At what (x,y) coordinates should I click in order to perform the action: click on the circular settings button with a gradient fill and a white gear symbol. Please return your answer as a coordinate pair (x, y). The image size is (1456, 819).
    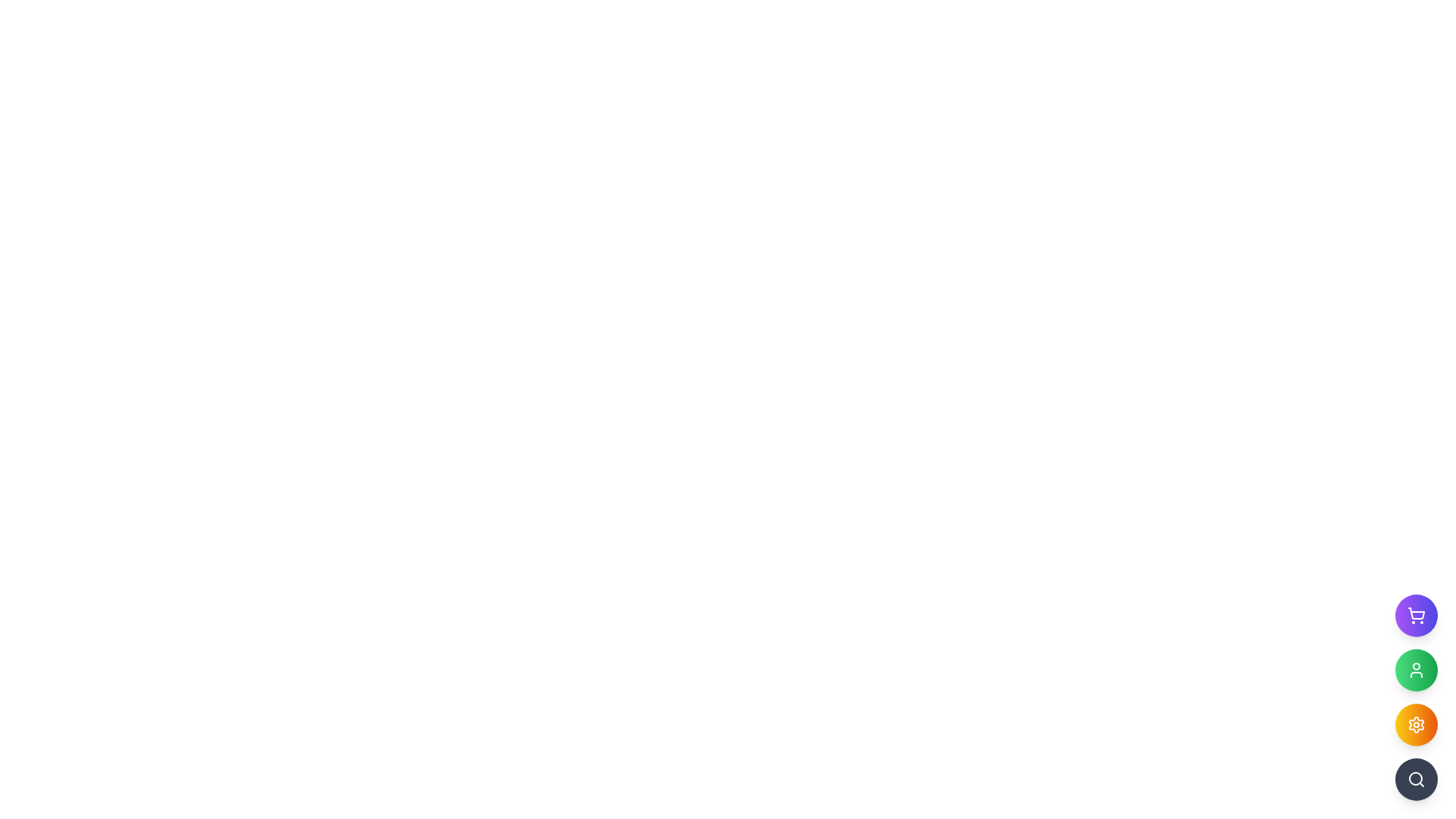
    Looking at the image, I should click on (1415, 724).